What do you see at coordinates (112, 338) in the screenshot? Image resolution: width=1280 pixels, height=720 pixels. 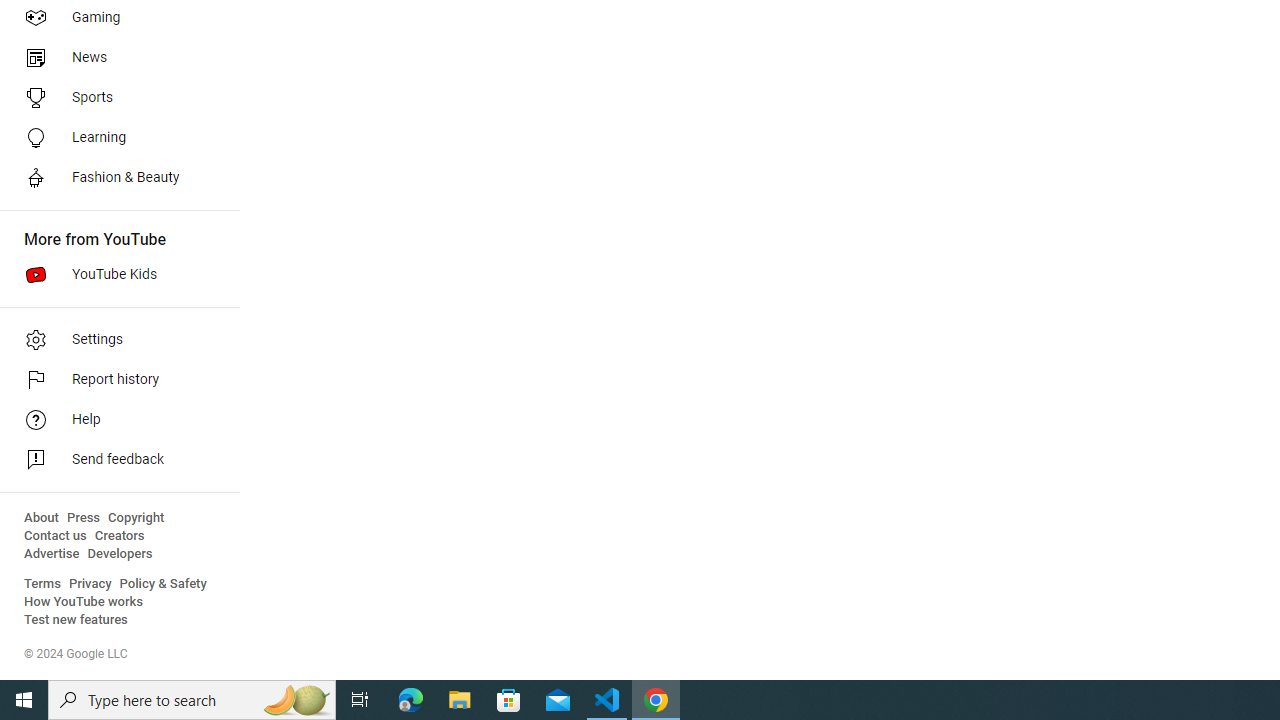 I see `'Settings'` at bounding box center [112, 338].